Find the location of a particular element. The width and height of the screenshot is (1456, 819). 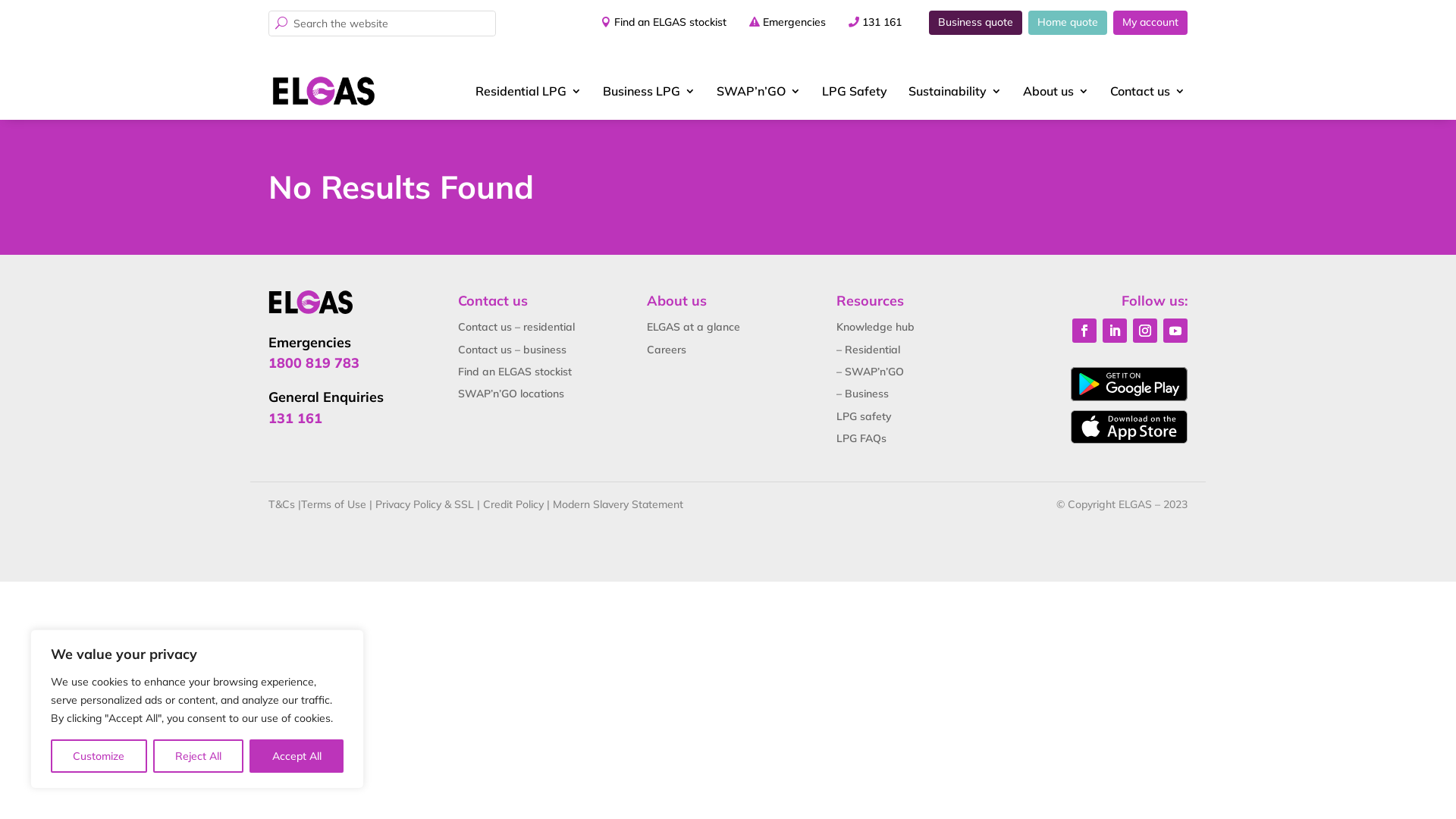

'Business LPG' is located at coordinates (648, 90).